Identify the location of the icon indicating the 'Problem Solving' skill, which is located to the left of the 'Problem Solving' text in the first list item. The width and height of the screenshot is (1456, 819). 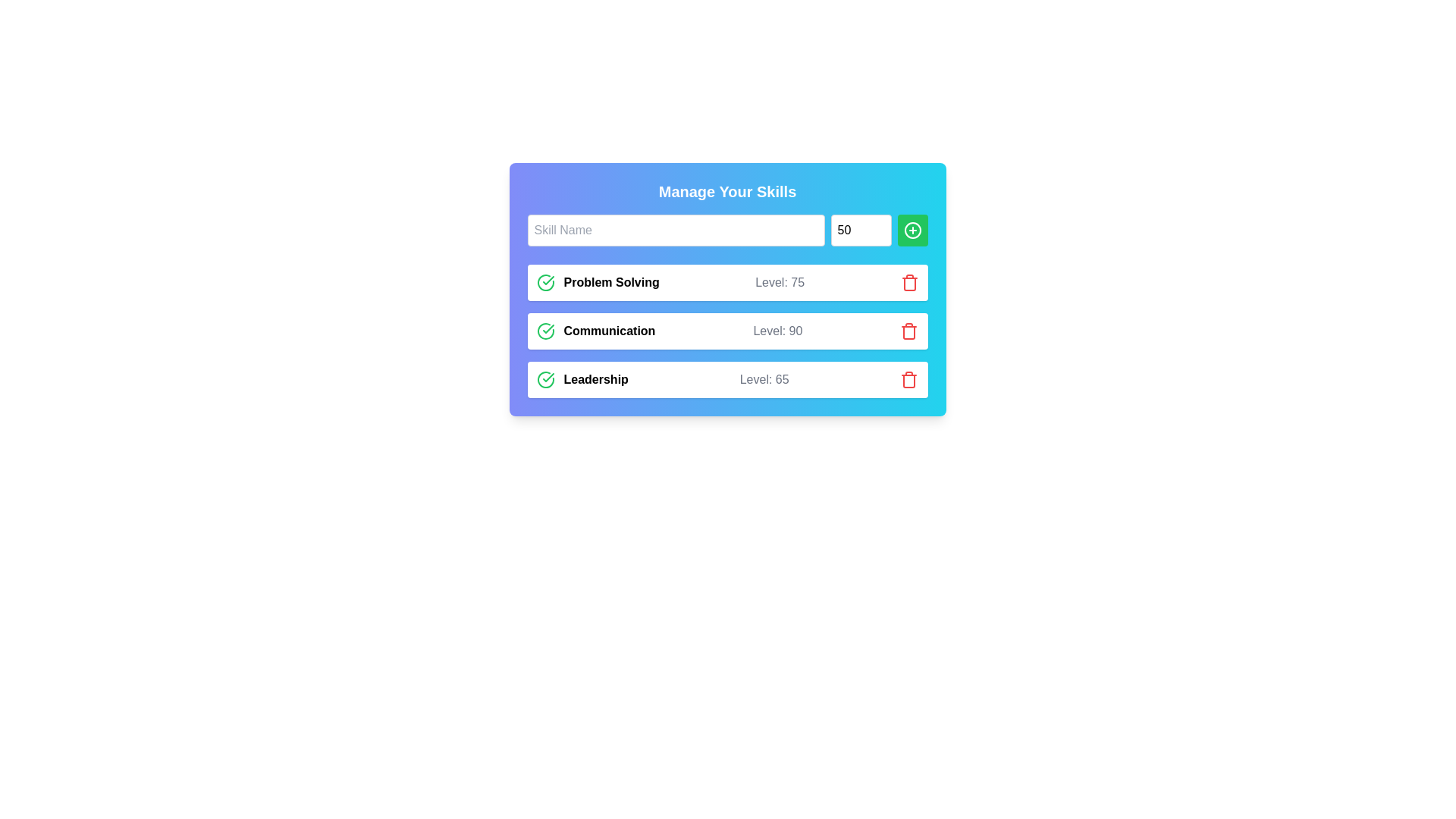
(545, 283).